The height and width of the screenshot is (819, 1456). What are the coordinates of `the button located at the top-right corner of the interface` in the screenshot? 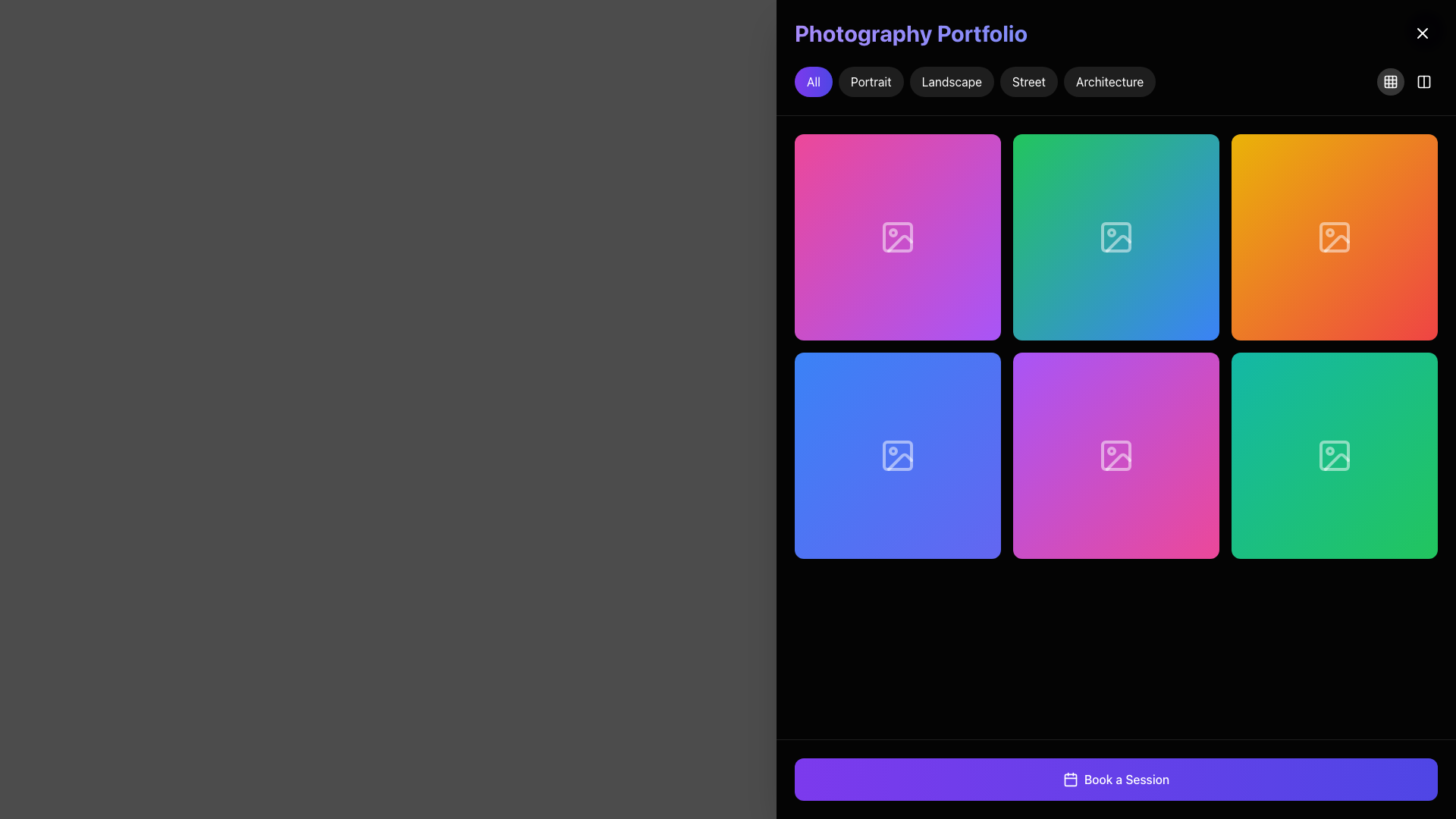 It's located at (1423, 82).